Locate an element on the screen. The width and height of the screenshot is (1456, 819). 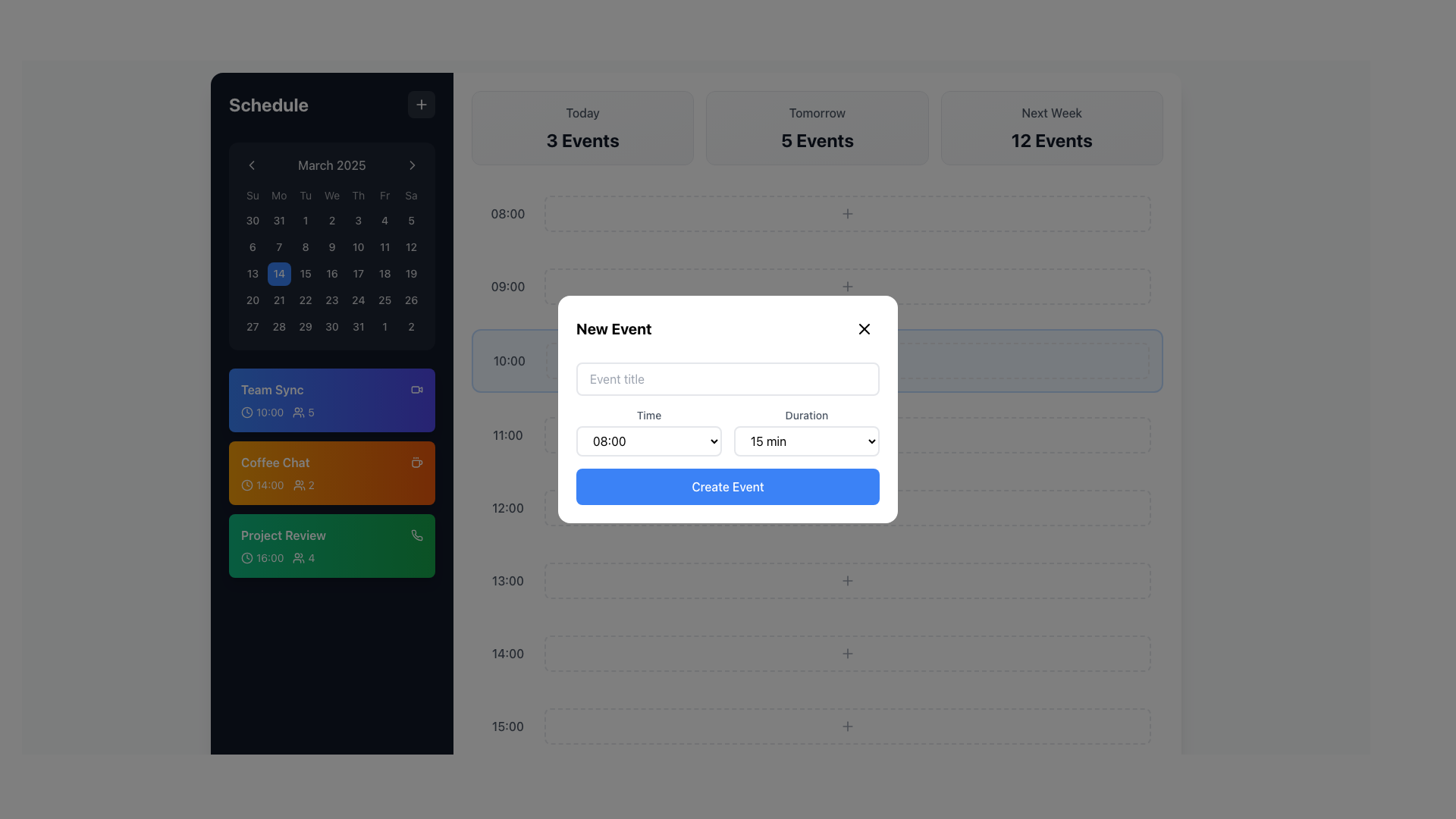
the button representing the date 31st in the calendar view is located at coordinates (279, 221).